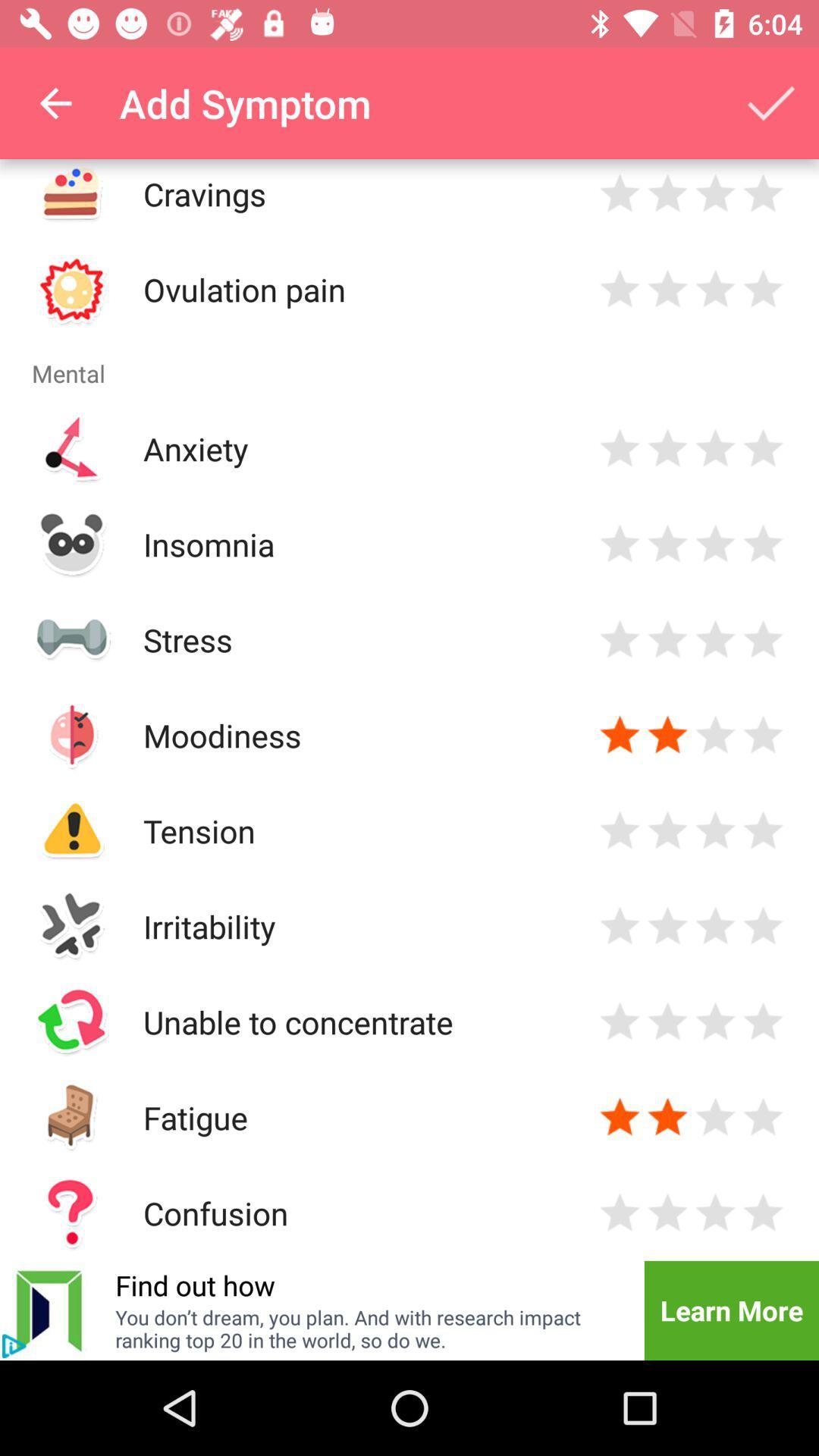  I want to click on click the star, so click(620, 830).